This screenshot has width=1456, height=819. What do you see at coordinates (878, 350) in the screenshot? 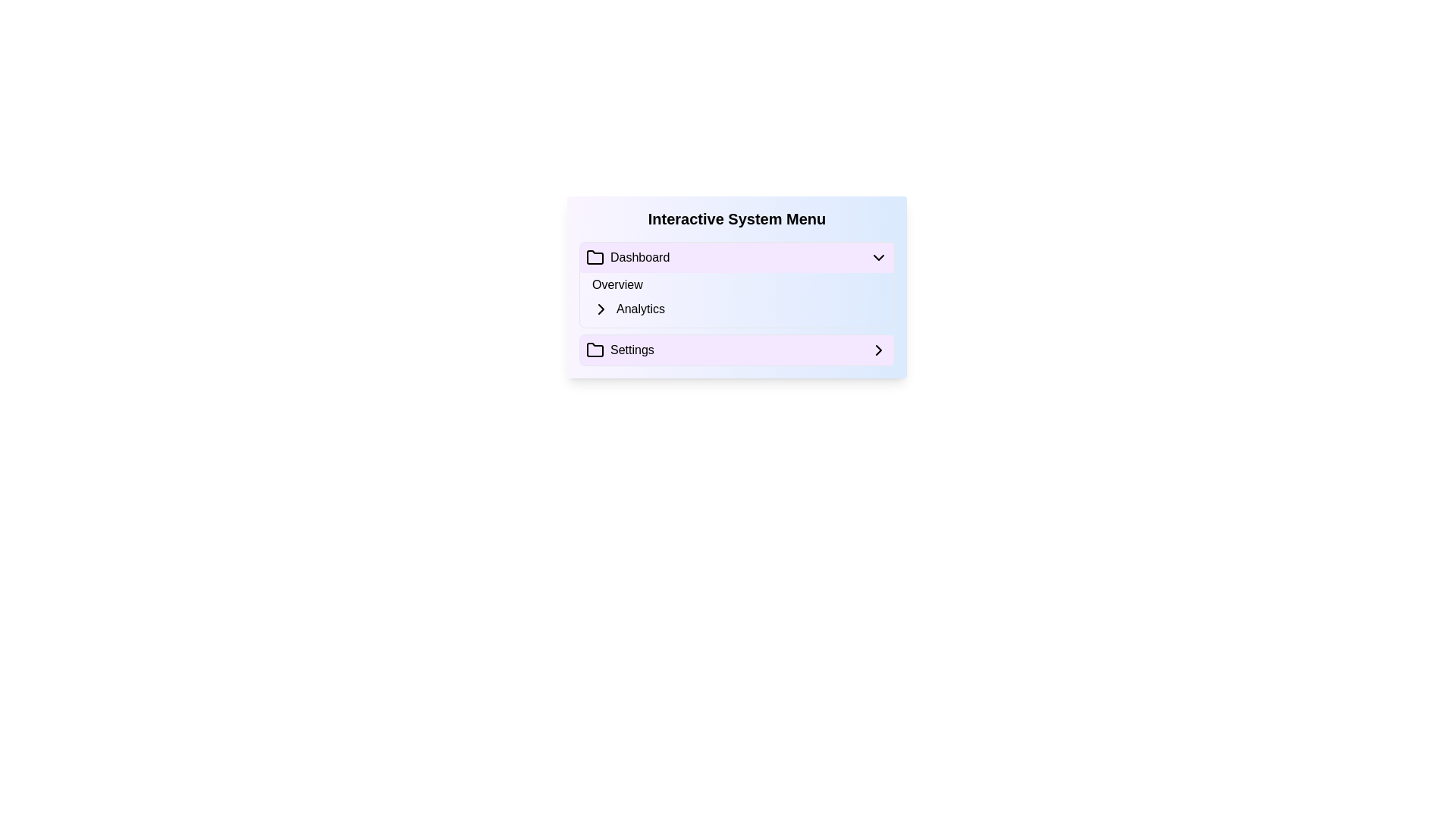
I see `the right chevron icon located in the Settings section` at bounding box center [878, 350].